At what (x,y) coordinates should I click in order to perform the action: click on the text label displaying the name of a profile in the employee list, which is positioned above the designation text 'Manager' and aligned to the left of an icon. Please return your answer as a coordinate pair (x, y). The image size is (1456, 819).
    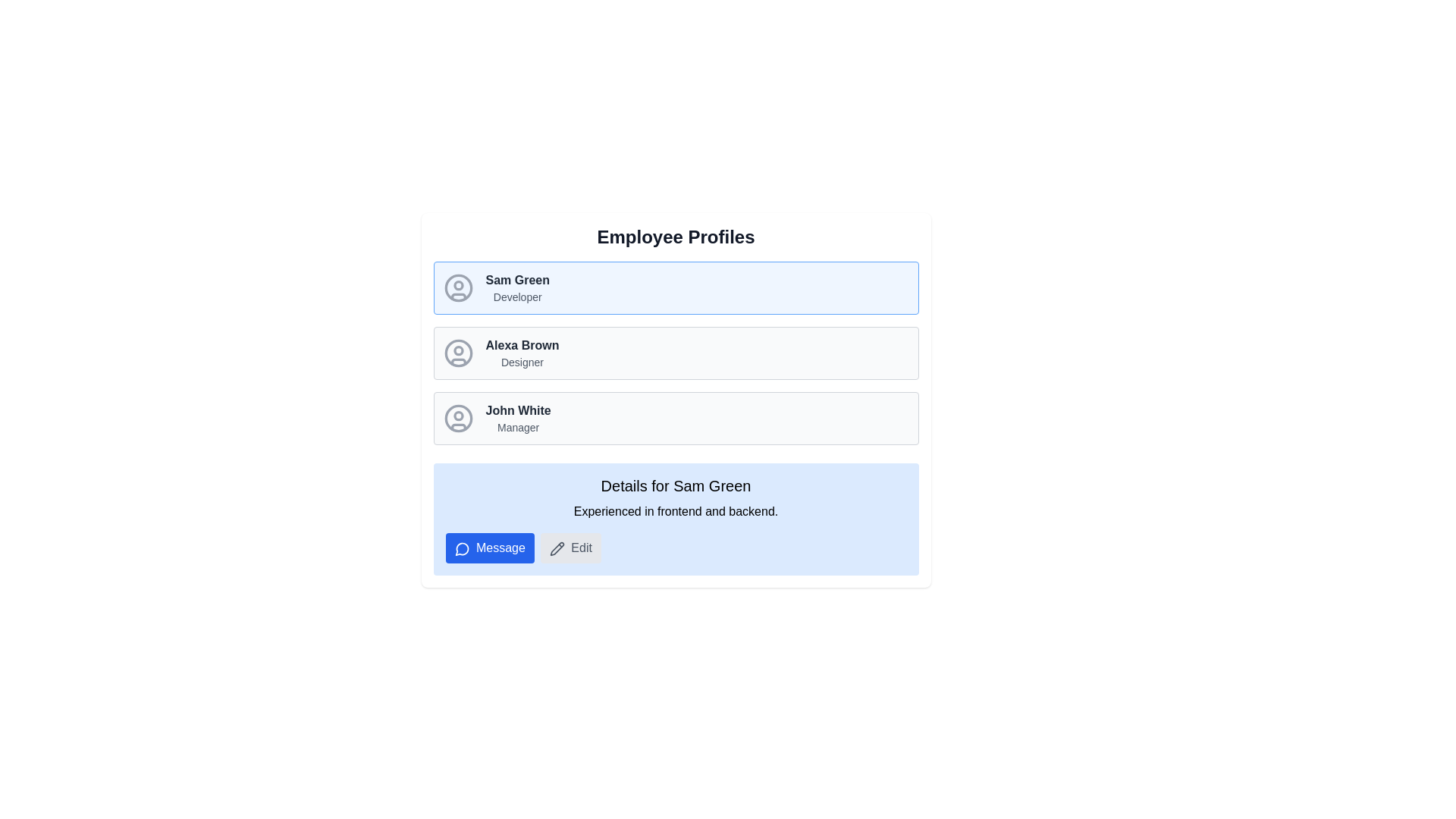
    Looking at the image, I should click on (518, 411).